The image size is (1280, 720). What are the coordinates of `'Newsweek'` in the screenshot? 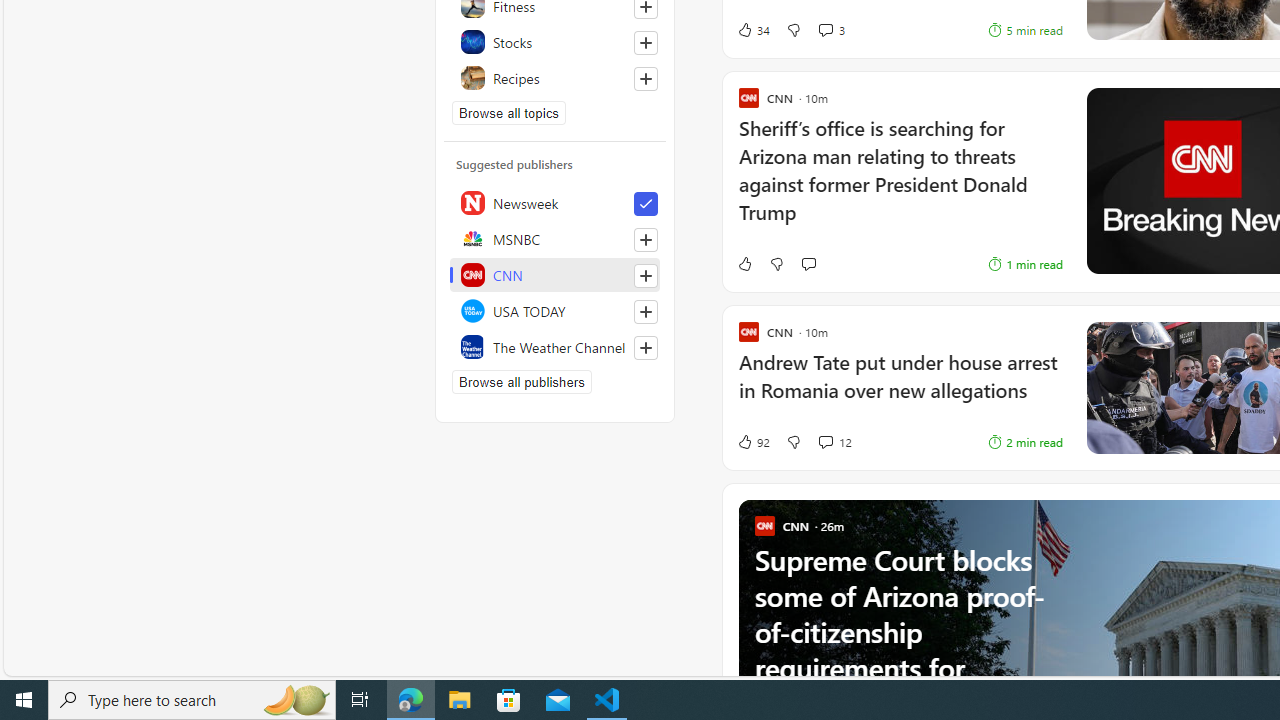 It's located at (555, 203).